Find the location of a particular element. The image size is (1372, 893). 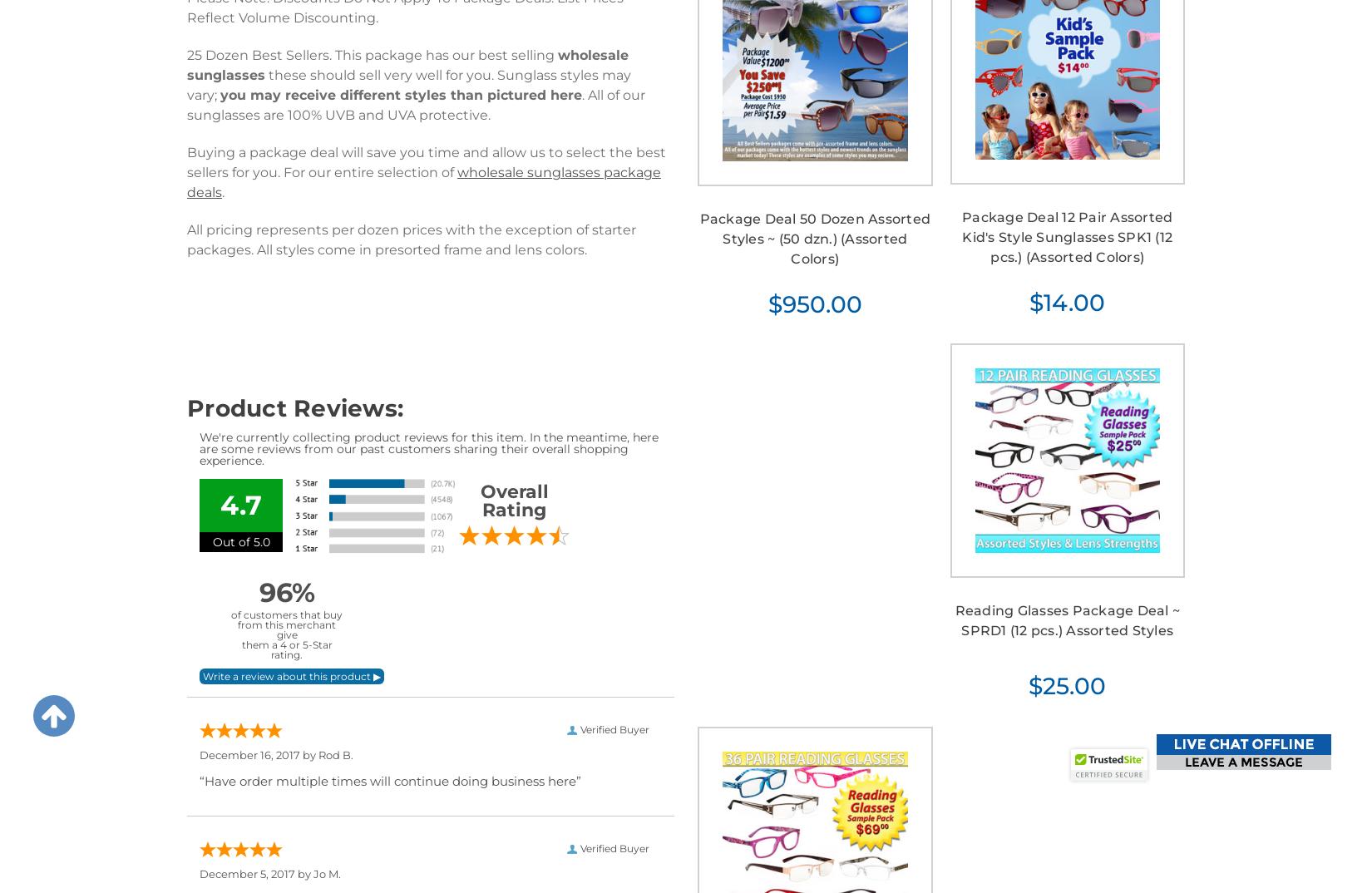

'$25.00' is located at coordinates (1066, 686).